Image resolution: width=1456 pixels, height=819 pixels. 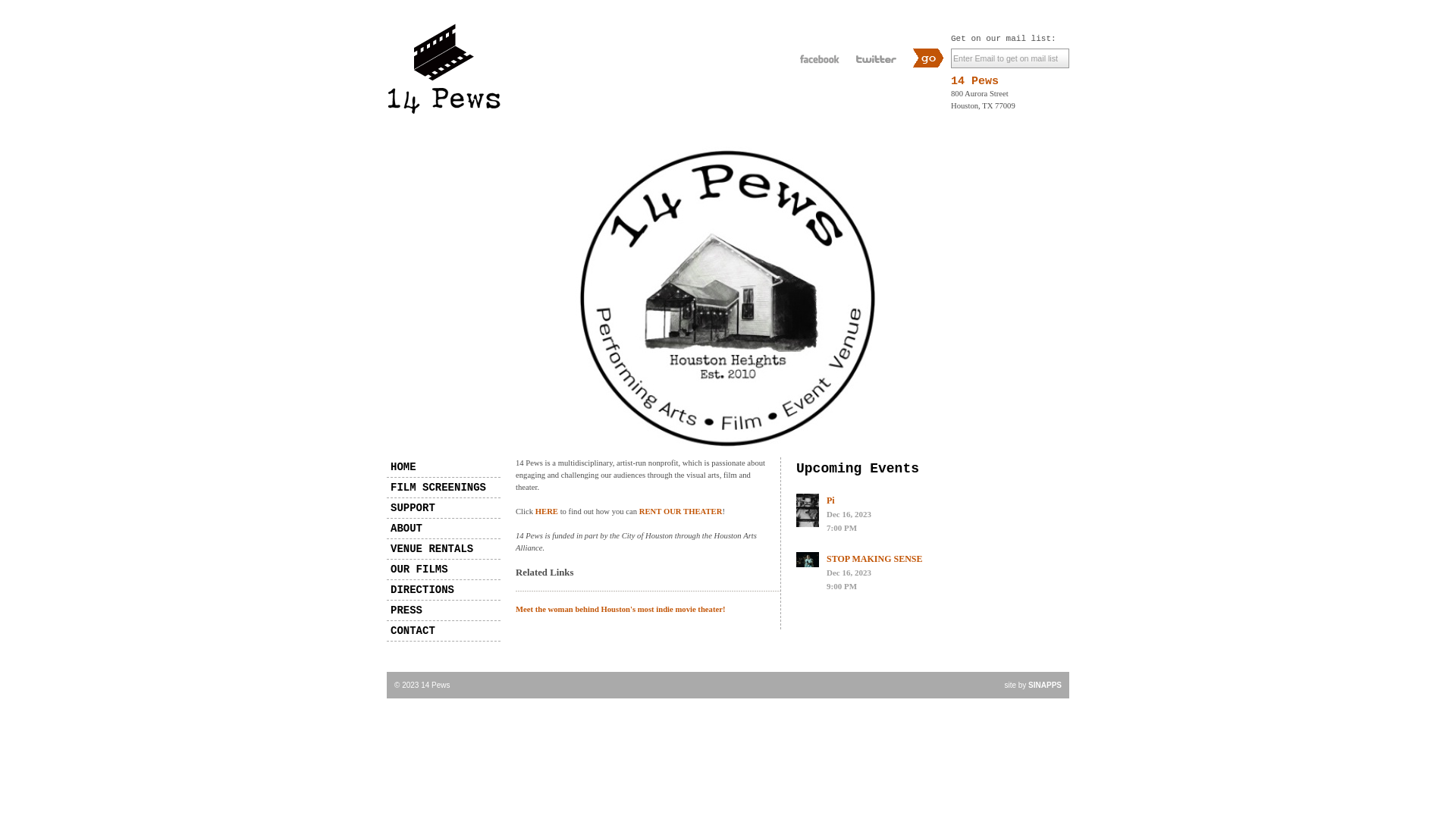 I want to click on 'Pi', so click(x=830, y=500).